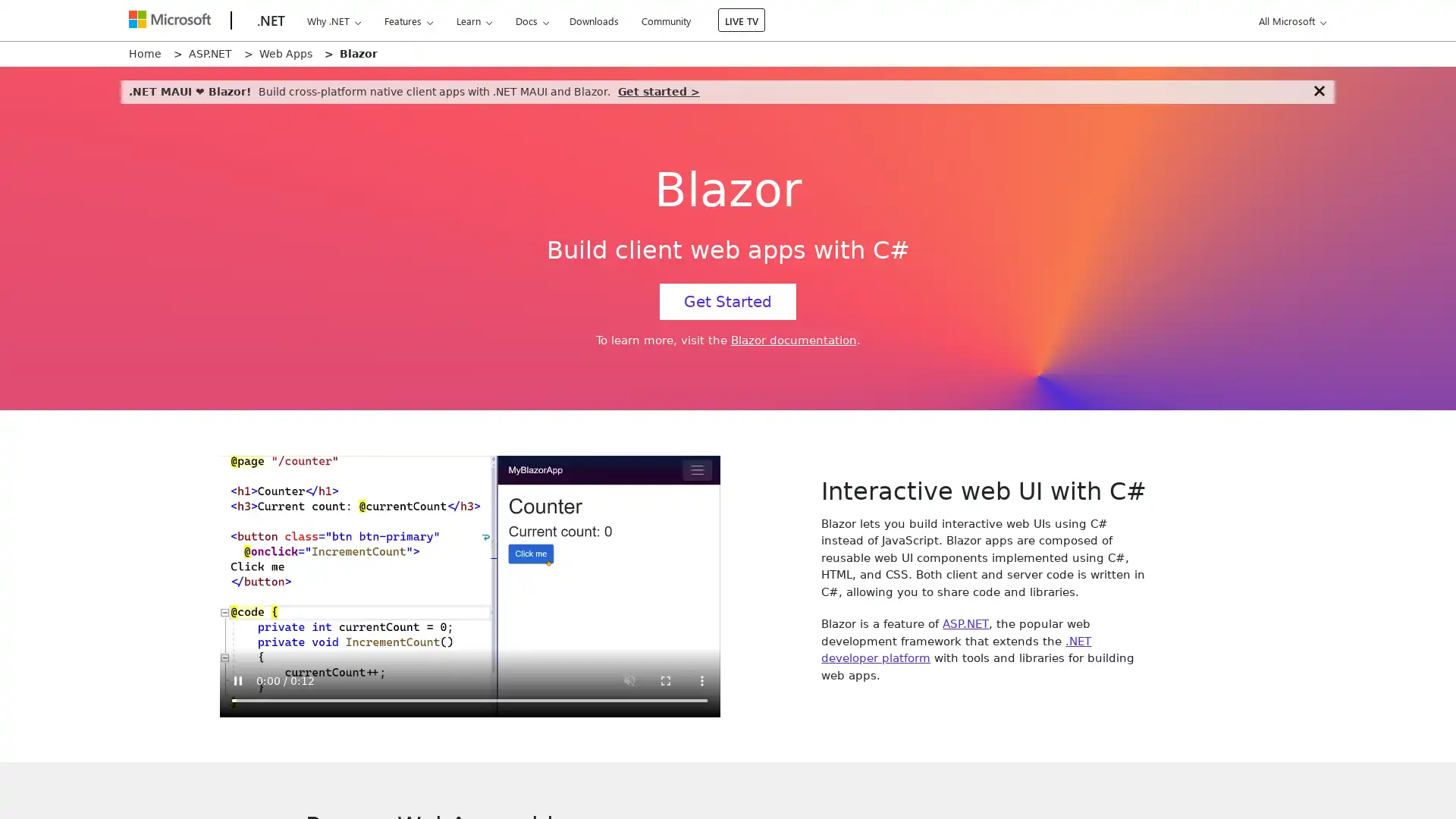 The image size is (1456, 819). I want to click on Why .NET, so click(333, 20).